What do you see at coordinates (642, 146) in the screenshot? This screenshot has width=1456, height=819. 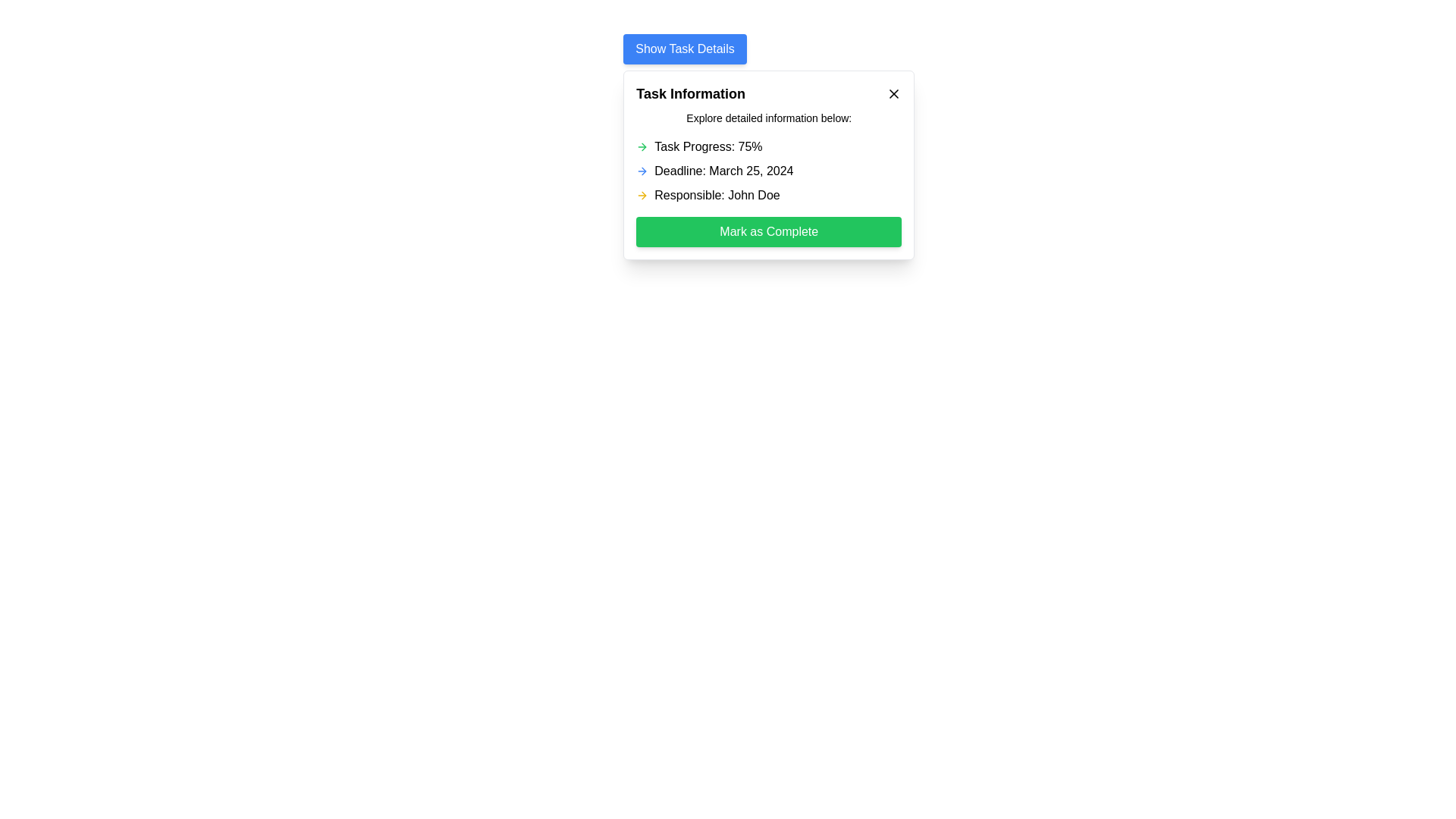 I see `the arrow icon located to the left of the text 'Task Progress: 75%' in the 'Task Information' modal, which indicates navigation or progress` at bounding box center [642, 146].